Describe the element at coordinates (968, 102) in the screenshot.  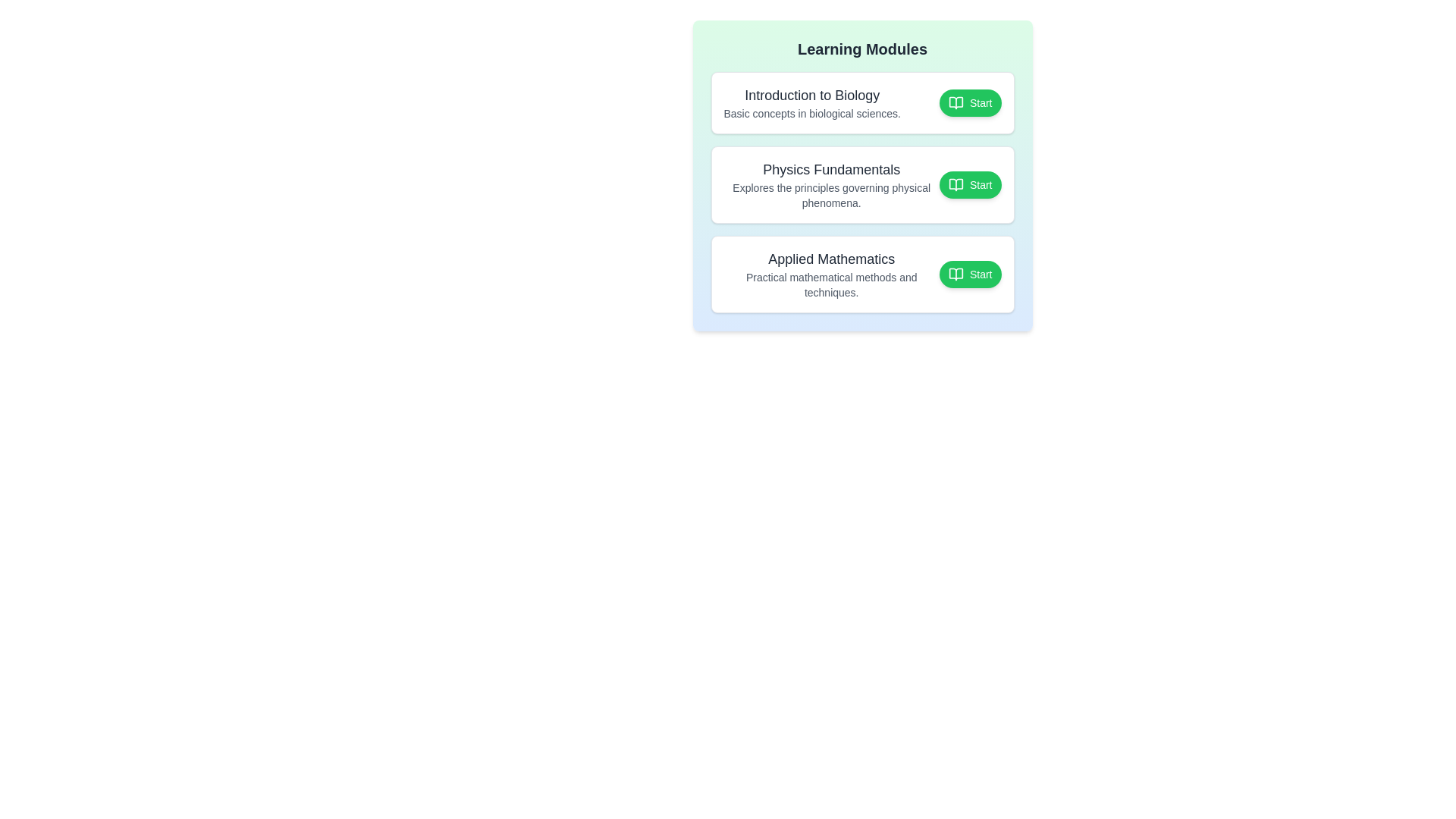
I see `the 'Start' button of the module titled 'Introduction to Biology' to toggle its completion state` at that location.